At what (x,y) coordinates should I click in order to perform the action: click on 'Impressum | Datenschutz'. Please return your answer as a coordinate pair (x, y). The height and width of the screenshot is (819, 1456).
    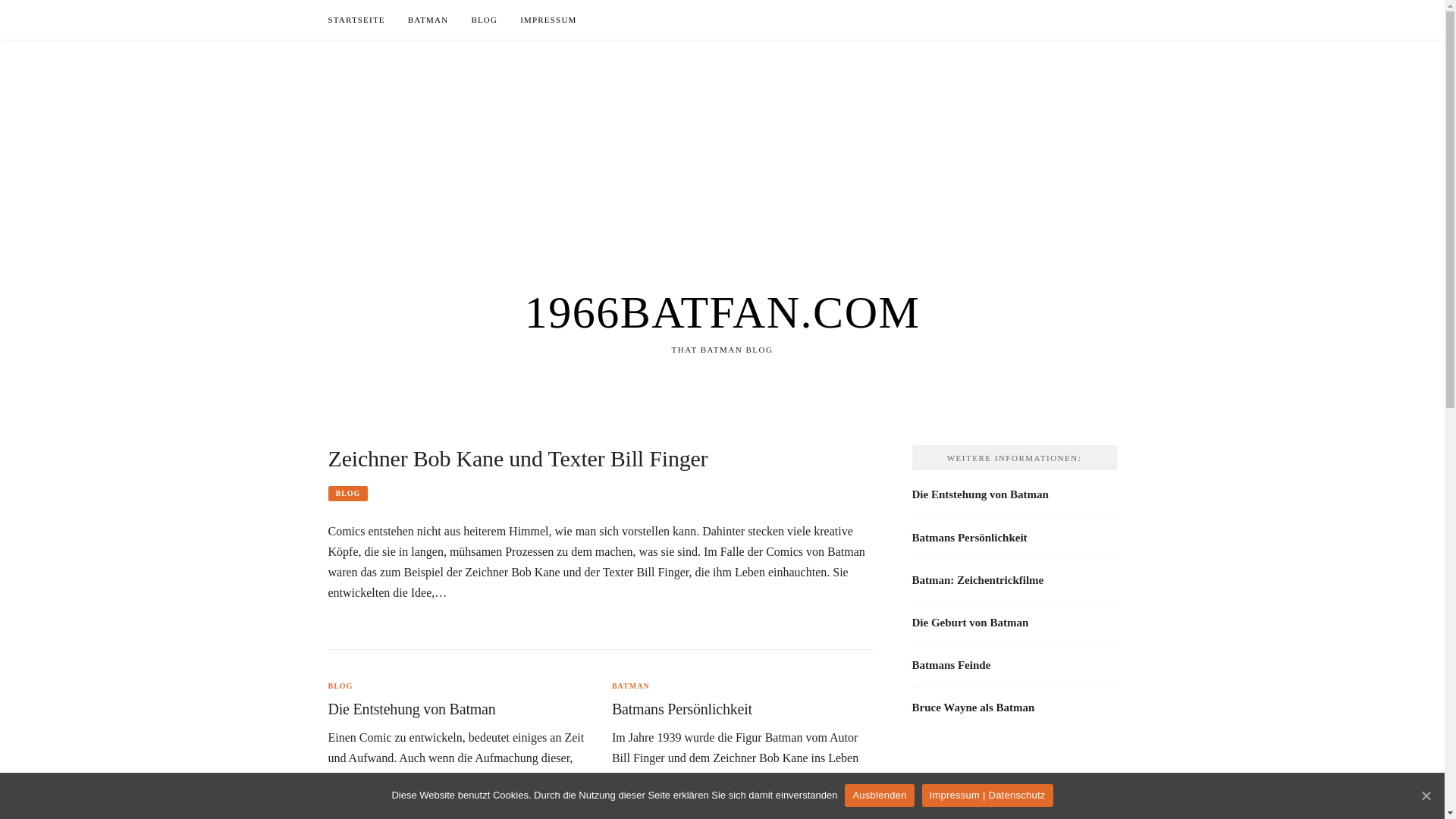
    Looking at the image, I should click on (987, 795).